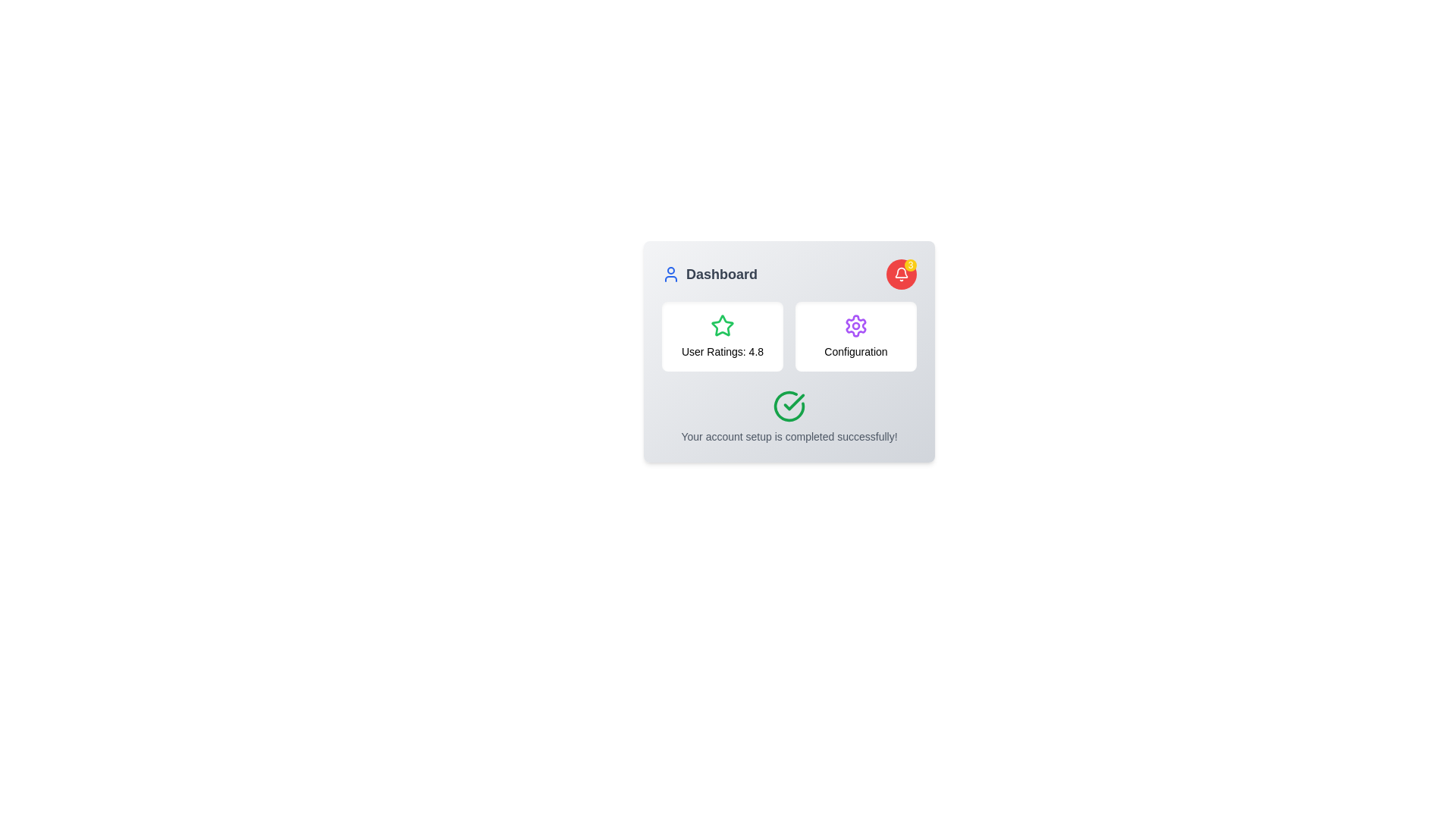 The height and width of the screenshot is (819, 1456). What do you see at coordinates (789, 436) in the screenshot?
I see `the static text message reading 'Your account setup is completed successfully!', which is styled in a small gray font and positioned below a green circular checkmark icon` at bounding box center [789, 436].